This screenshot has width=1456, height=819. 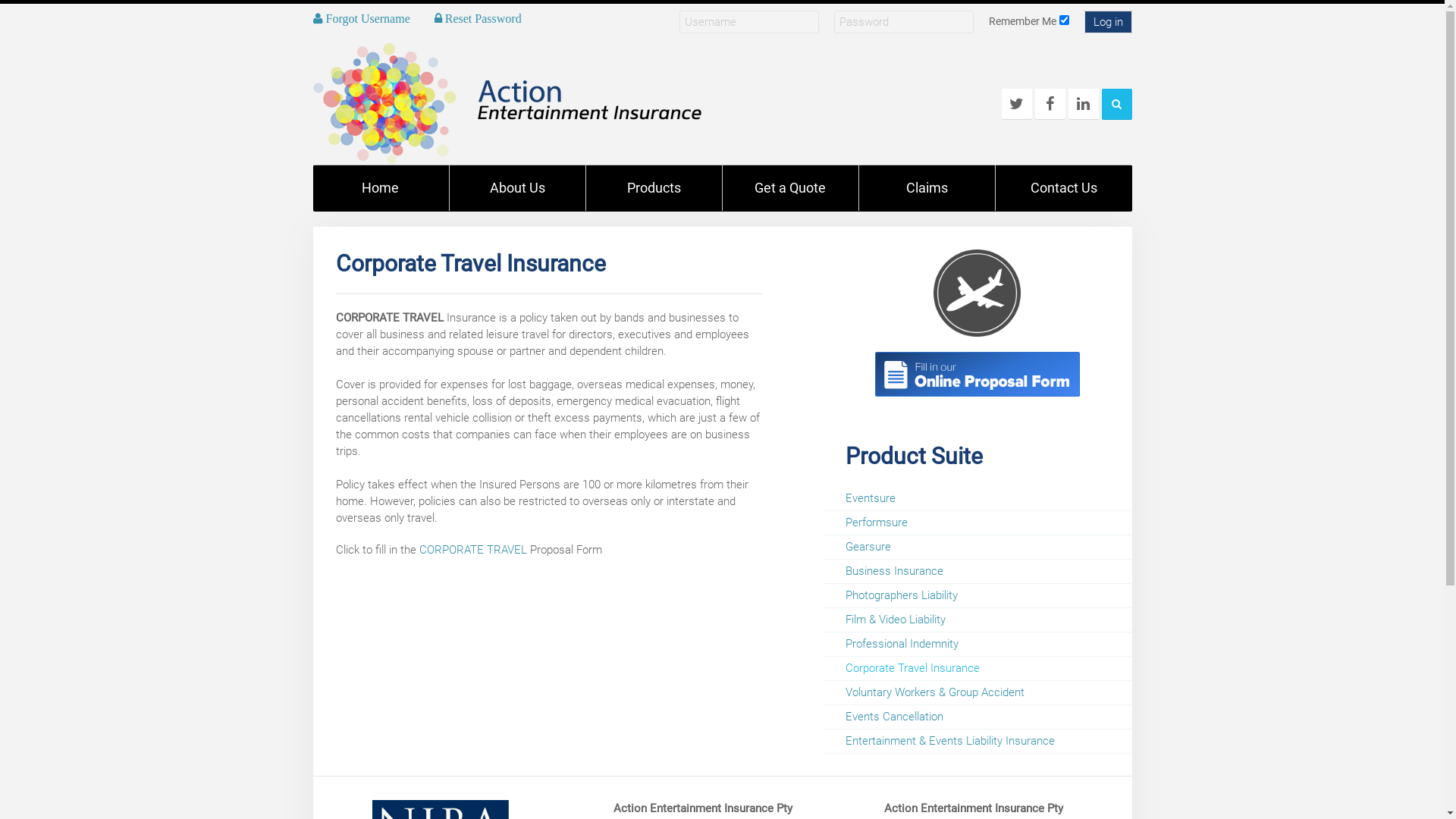 What do you see at coordinates (976, 547) in the screenshot?
I see `'Gearsure'` at bounding box center [976, 547].